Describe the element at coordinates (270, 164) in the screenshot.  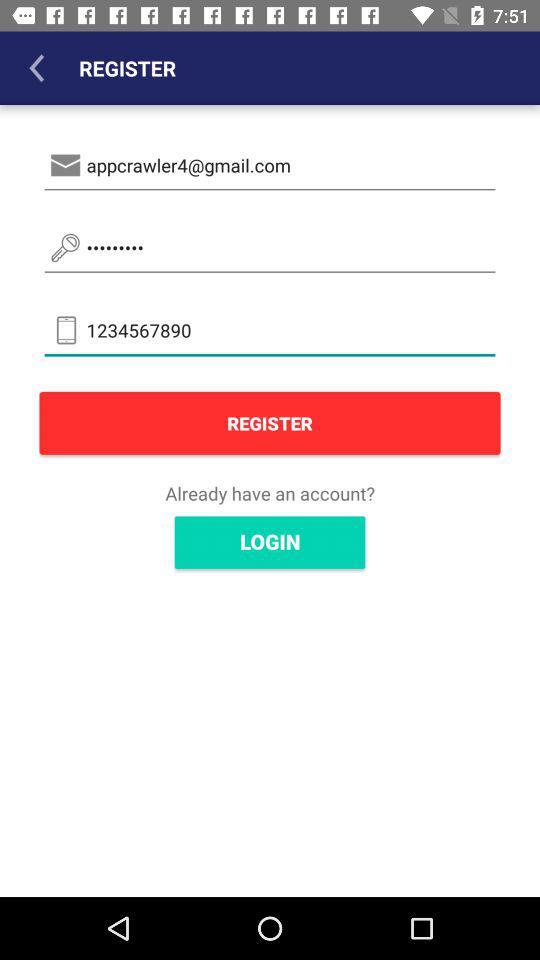
I see `appcrawler4@gmail.com icon` at that location.